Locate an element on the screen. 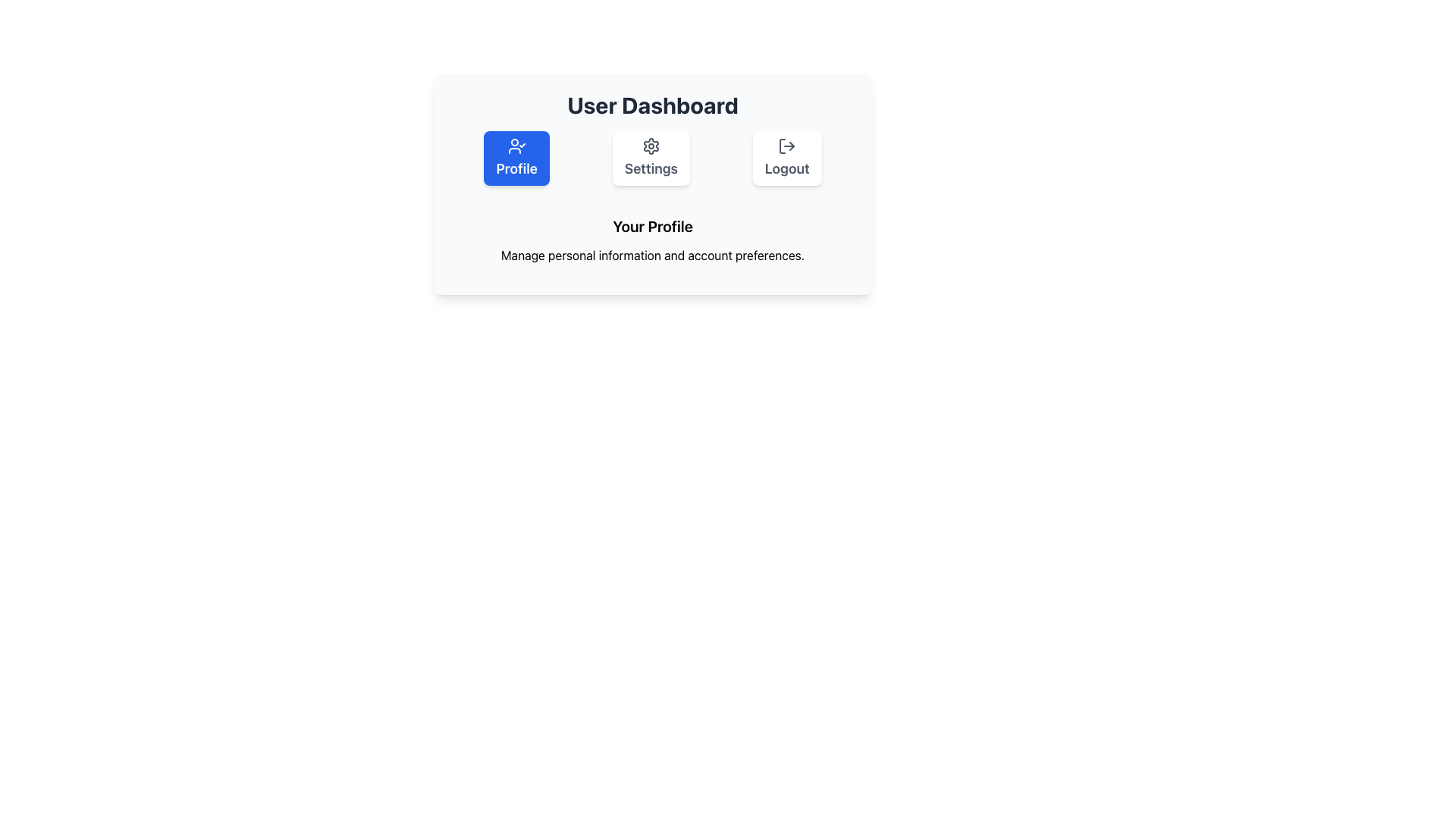 The height and width of the screenshot is (819, 1456). the logout button, which is the rightmost button in a group of three buttons is located at coordinates (787, 158).